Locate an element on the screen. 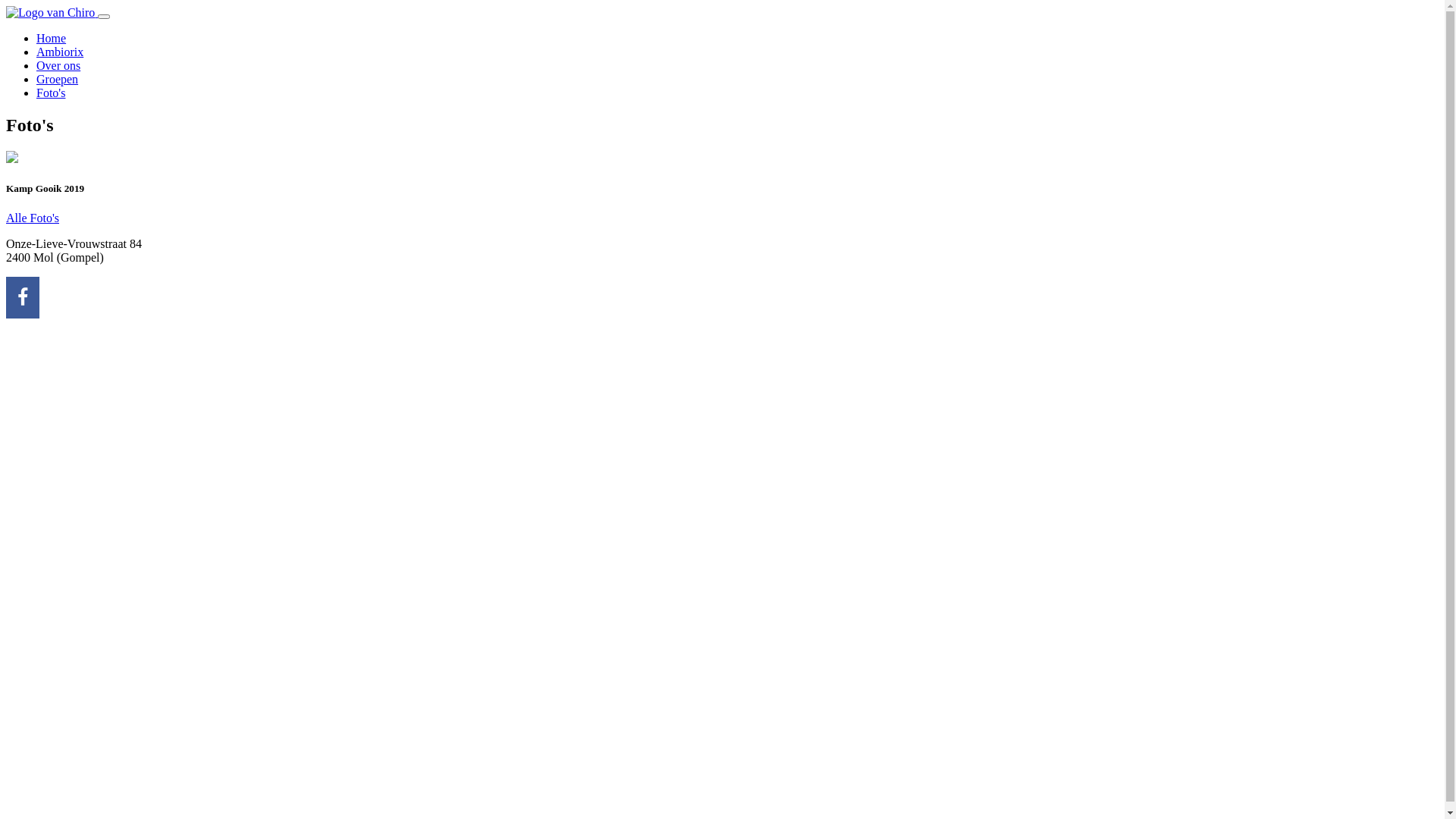 The height and width of the screenshot is (819, 1456). 'Over ons' is located at coordinates (58, 64).